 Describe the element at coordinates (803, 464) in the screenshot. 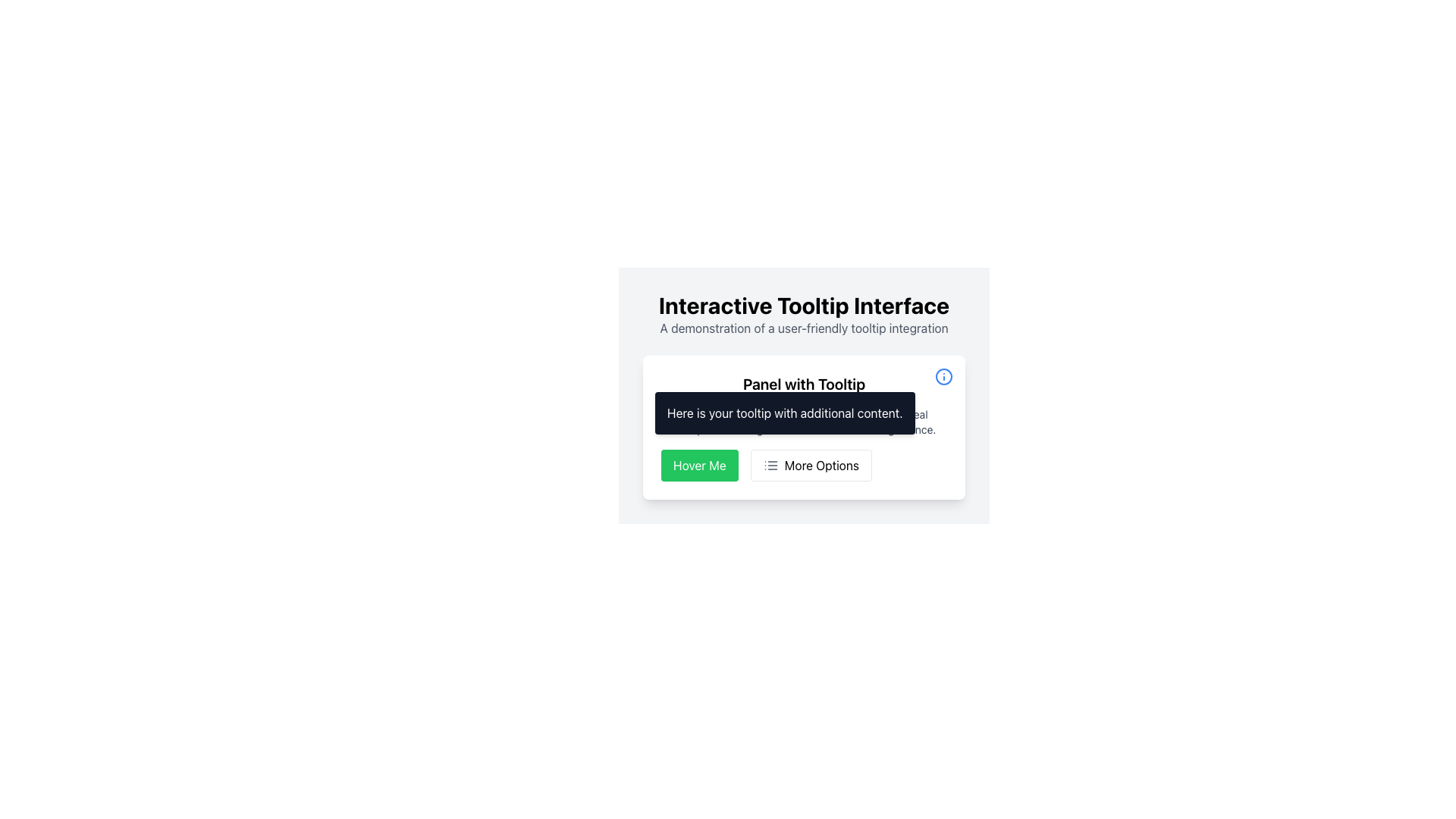

I see `the 'More Options' button located within the tooltip panel` at that location.